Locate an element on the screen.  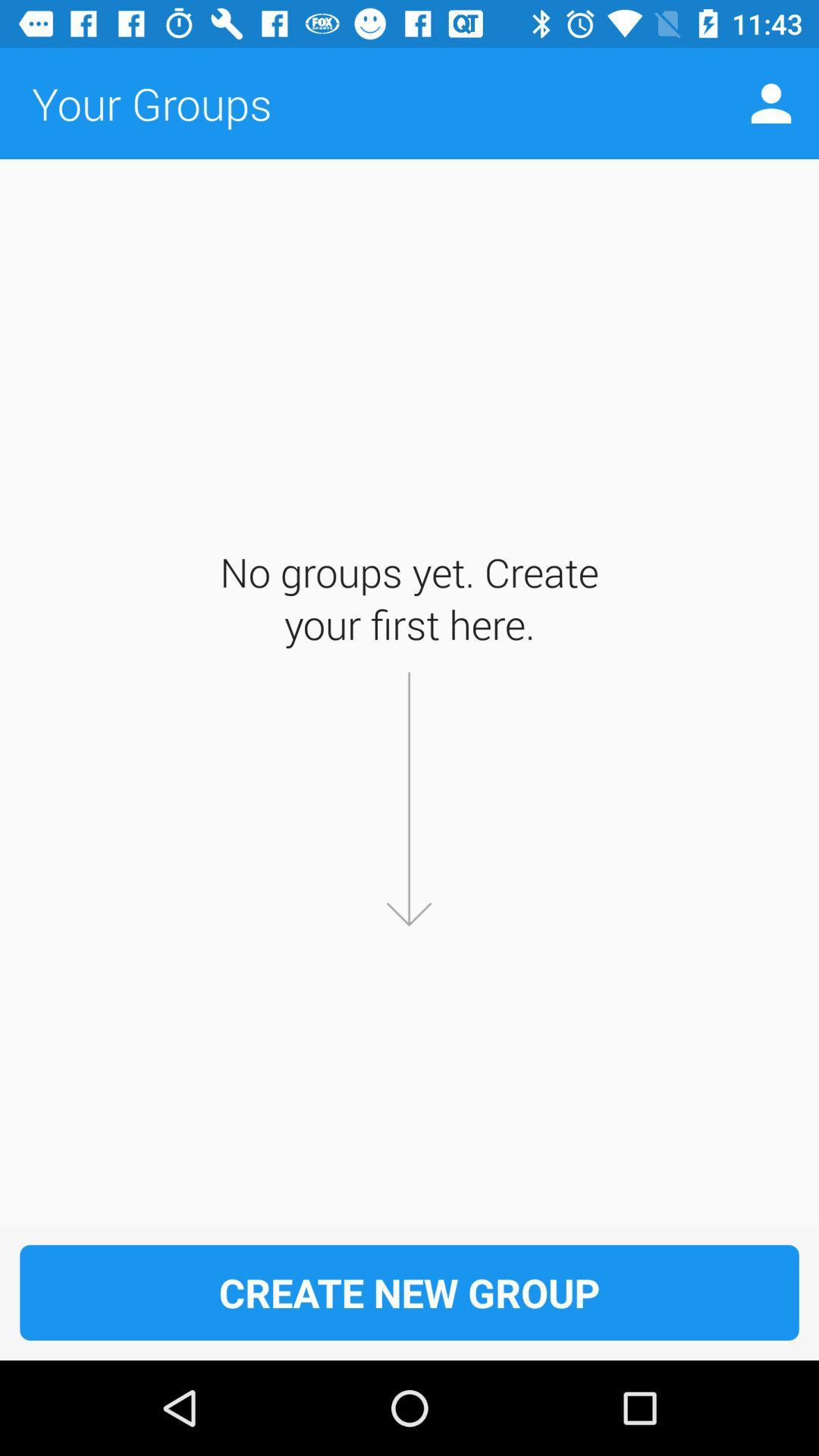
the icon above the create new group icon is located at coordinates (771, 102).